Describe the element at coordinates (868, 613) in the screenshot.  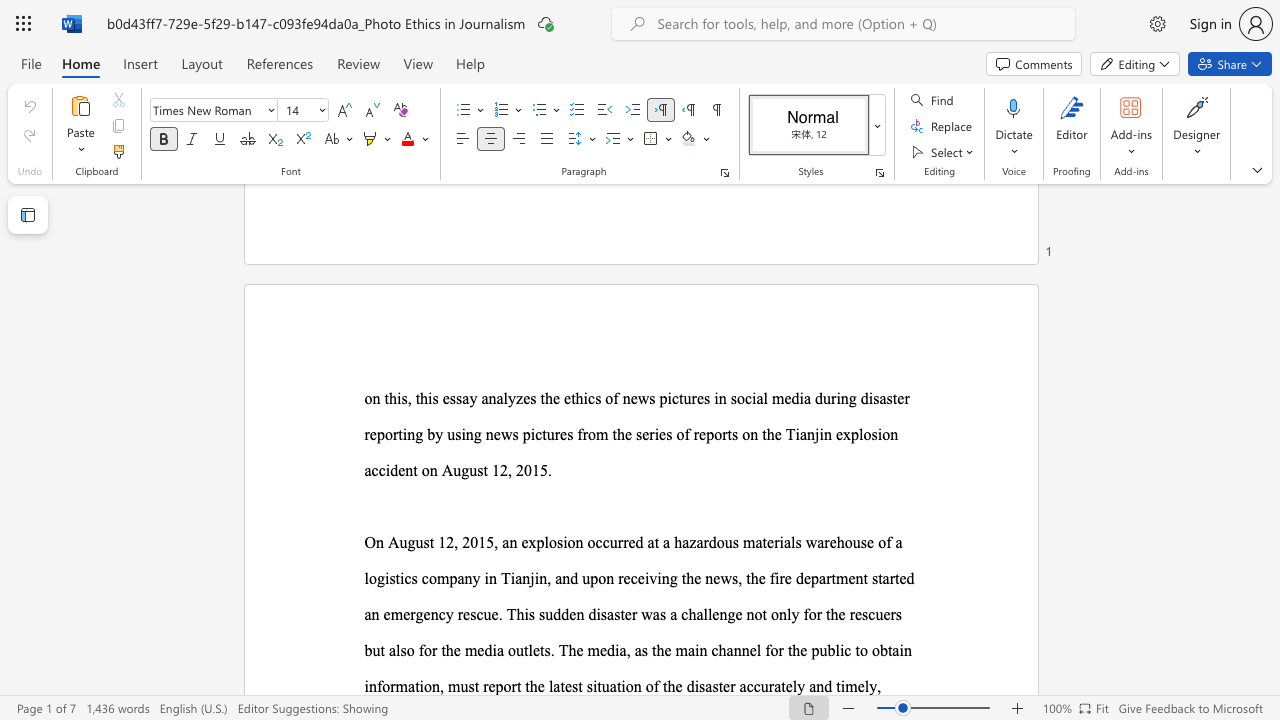
I see `the subset text "cuers but also for the media outlets. The media, as the main chann" within the text "company in Tianjin, and upon receiving the news, the fire department started an emergency rescue. This sudden disaster was a challenge not only for the rescuers but also for the media outlets. The media, as the main channel for the public to obtain information, must report the latest situation of the disaster accurately and"` at that location.